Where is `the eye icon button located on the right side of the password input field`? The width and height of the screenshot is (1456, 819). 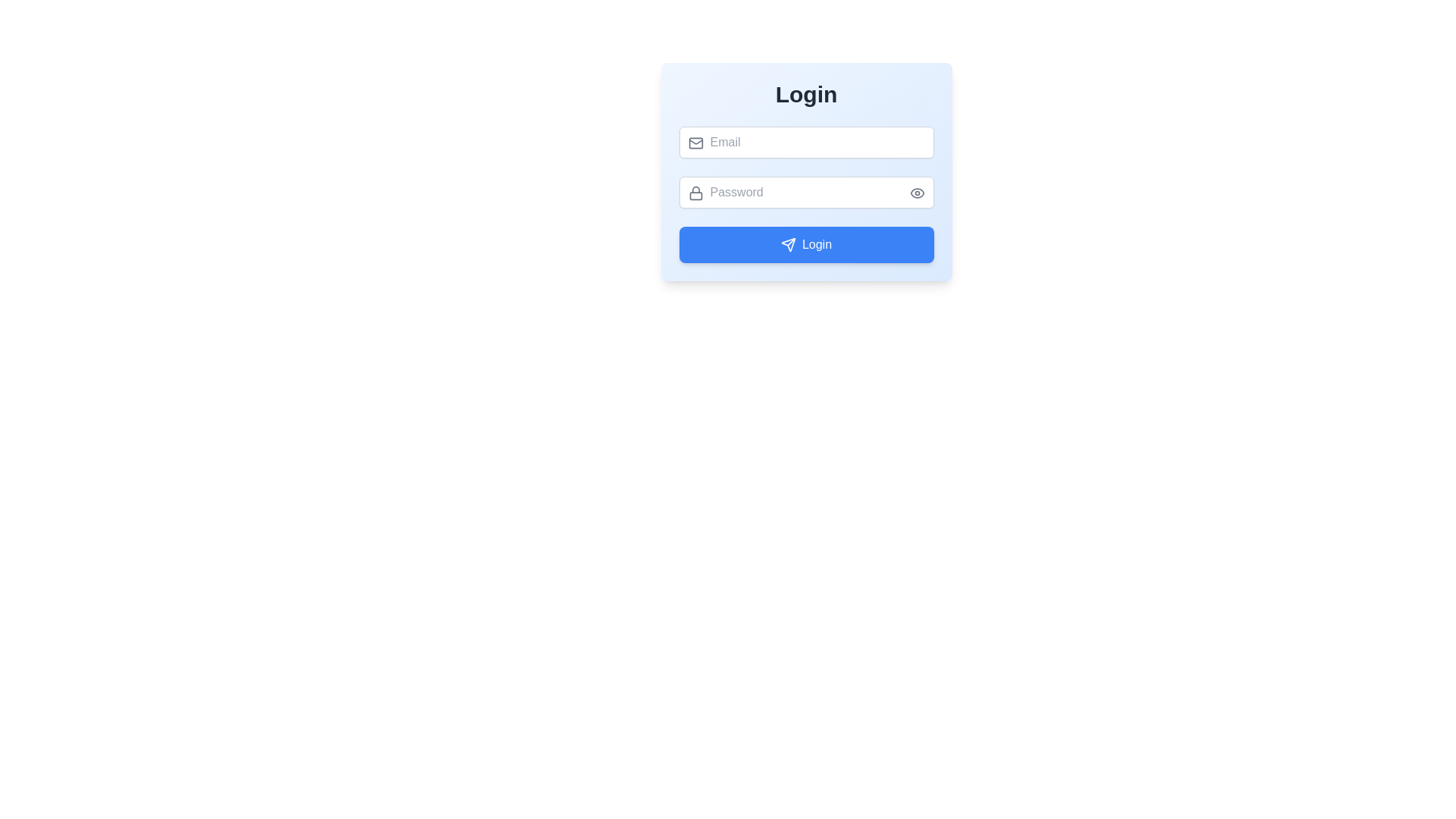 the eye icon button located on the right side of the password input field is located at coordinates (916, 192).